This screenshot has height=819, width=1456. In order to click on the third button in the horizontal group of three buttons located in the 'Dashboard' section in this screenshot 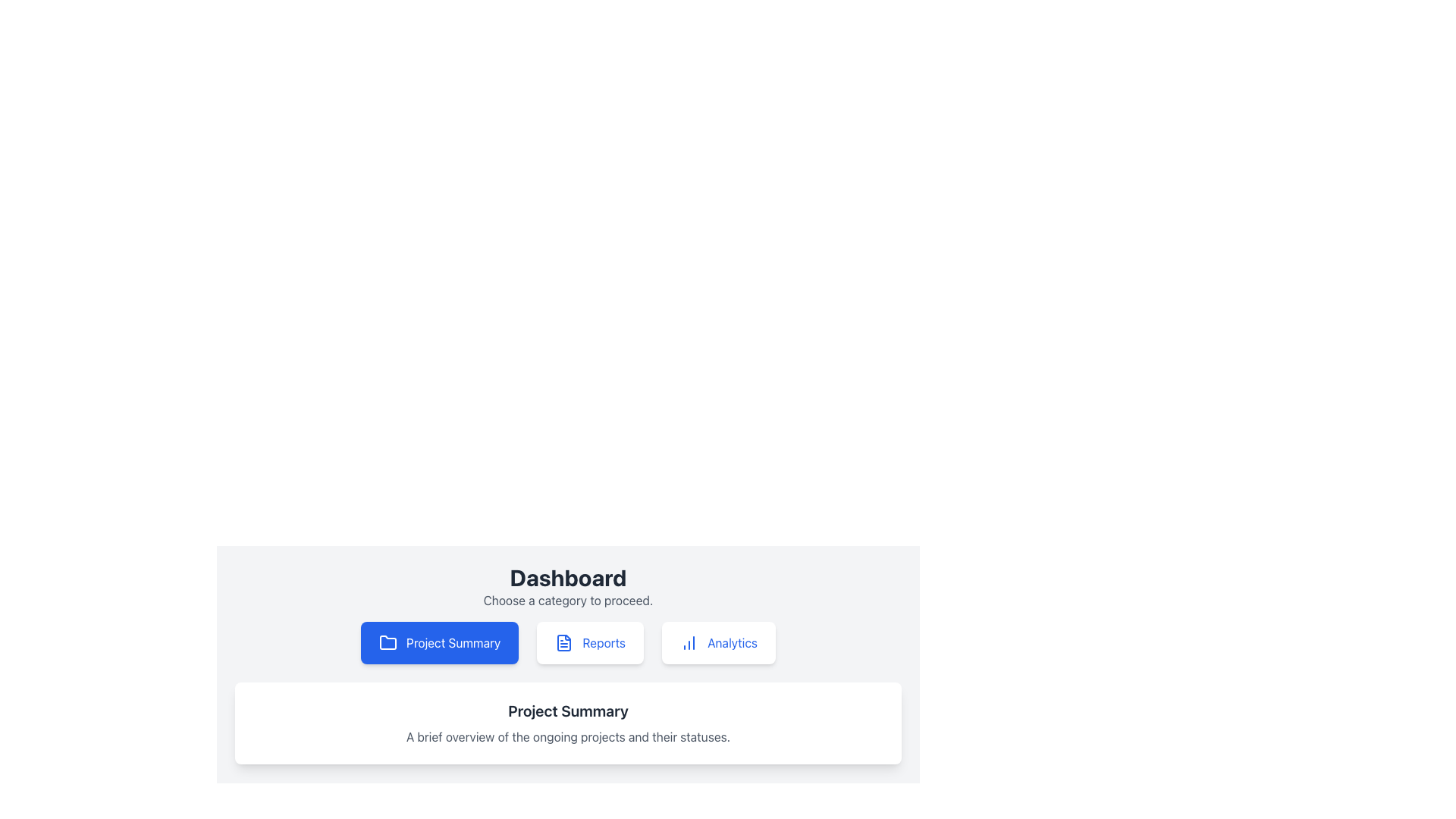, I will do `click(718, 643)`.